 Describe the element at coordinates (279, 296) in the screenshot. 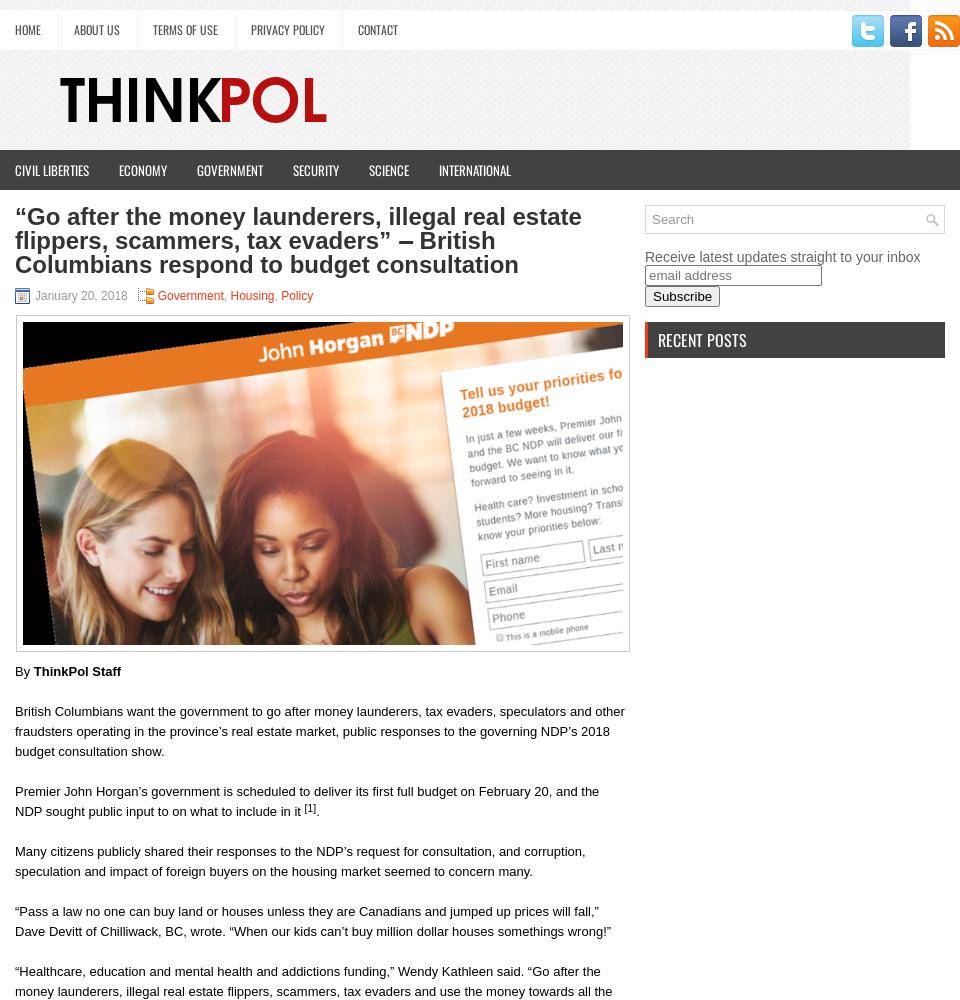

I see `'Policy'` at that location.